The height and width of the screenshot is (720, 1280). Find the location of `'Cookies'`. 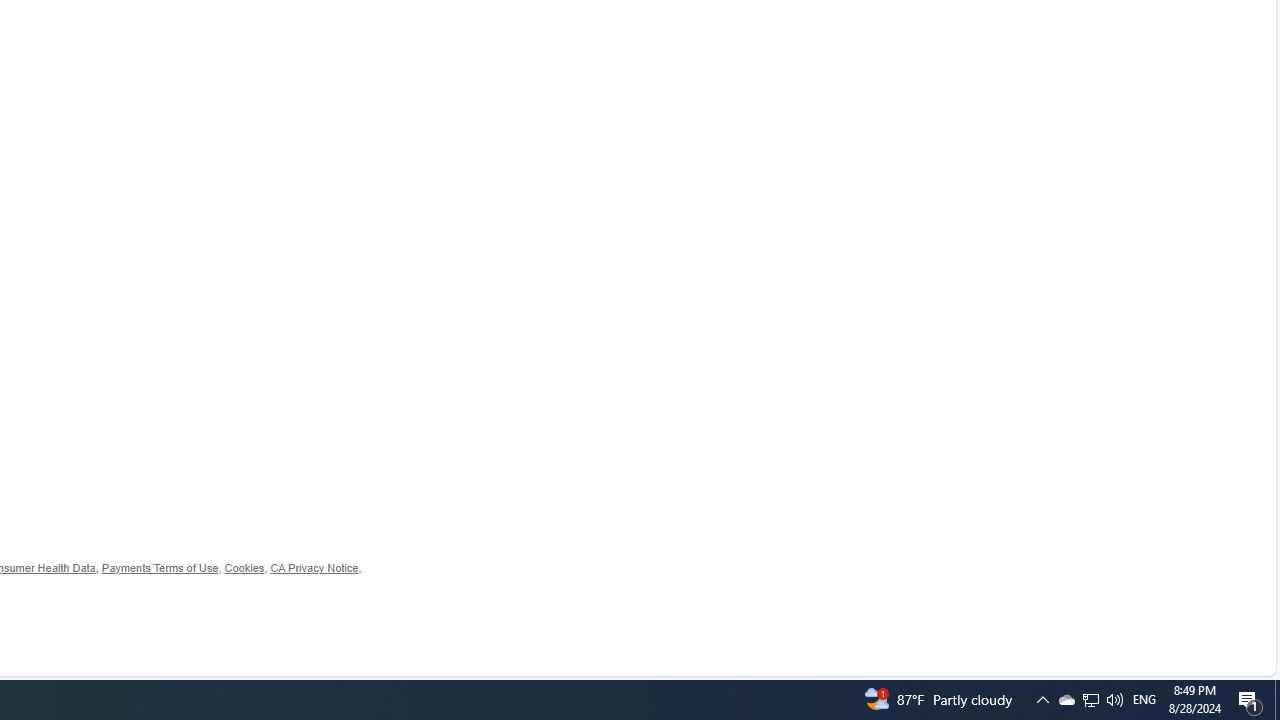

'Cookies' is located at coordinates (243, 568).